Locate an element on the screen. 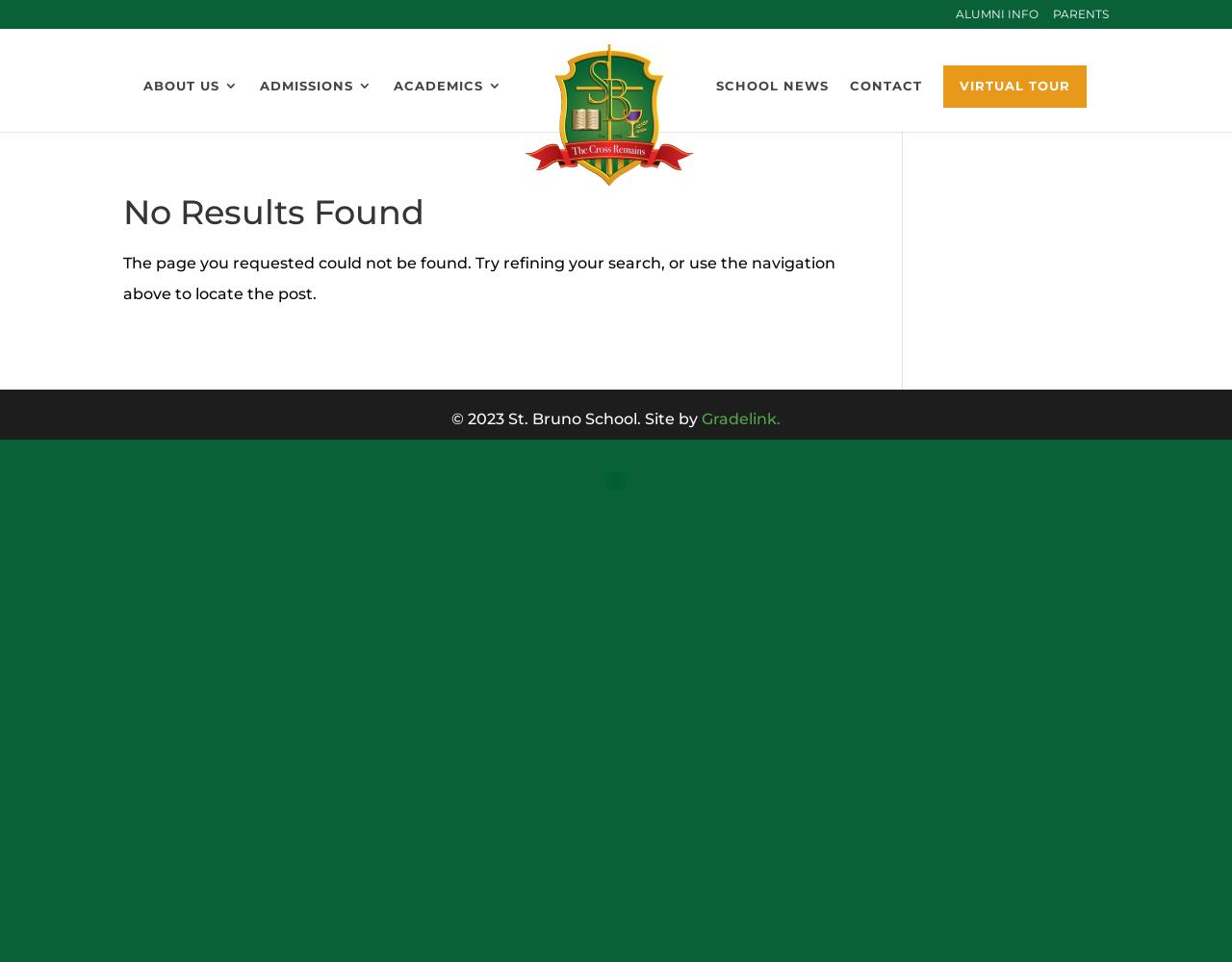 The width and height of the screenshot is (1232, 962). 'School News' is located at coordinates (772, 85).